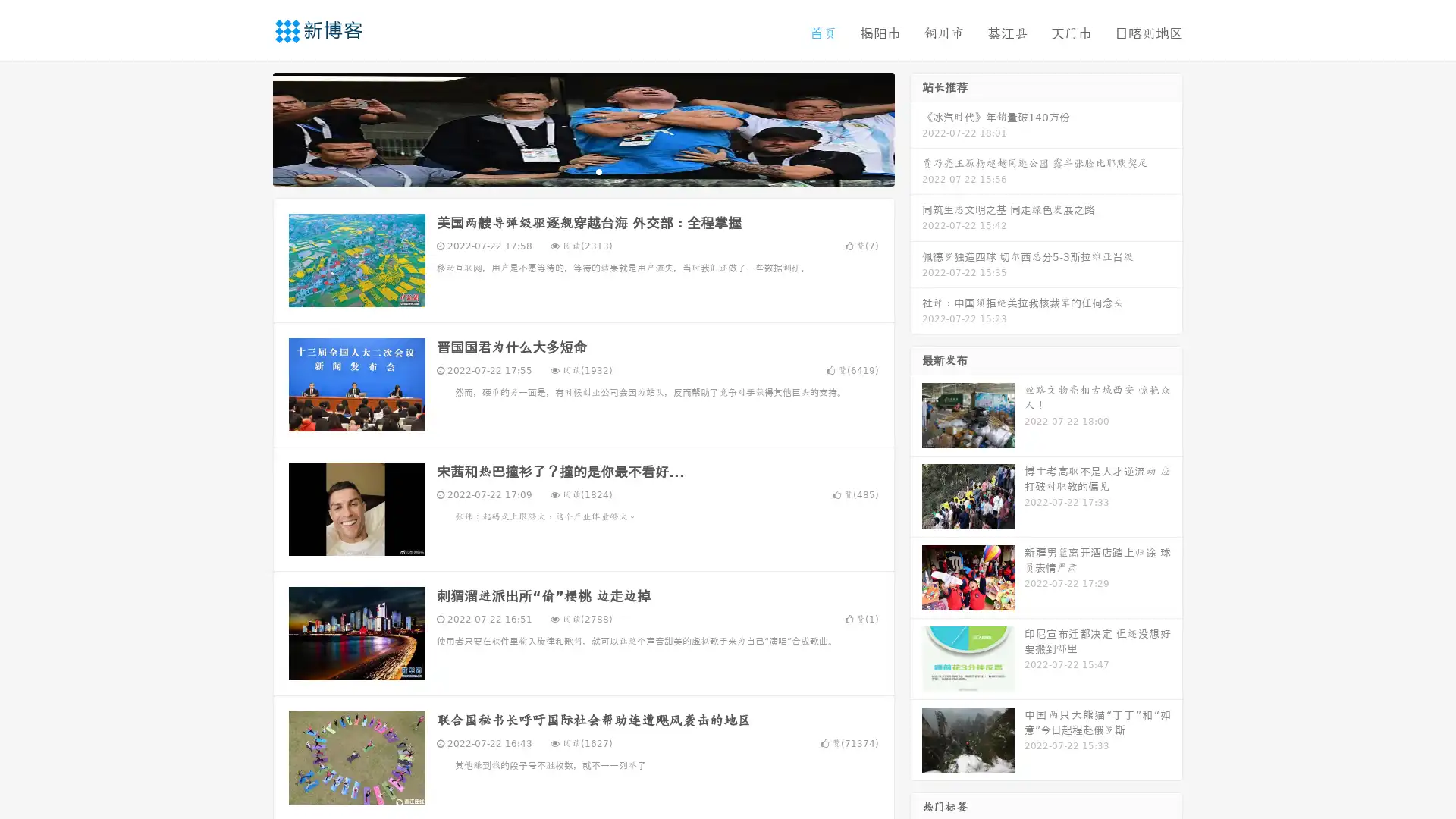 The width and height of the screenshot is (1456, 819). Describe the element at coordinates (598, 171) in the screenshot. I see `Go to slide 3` at that location.